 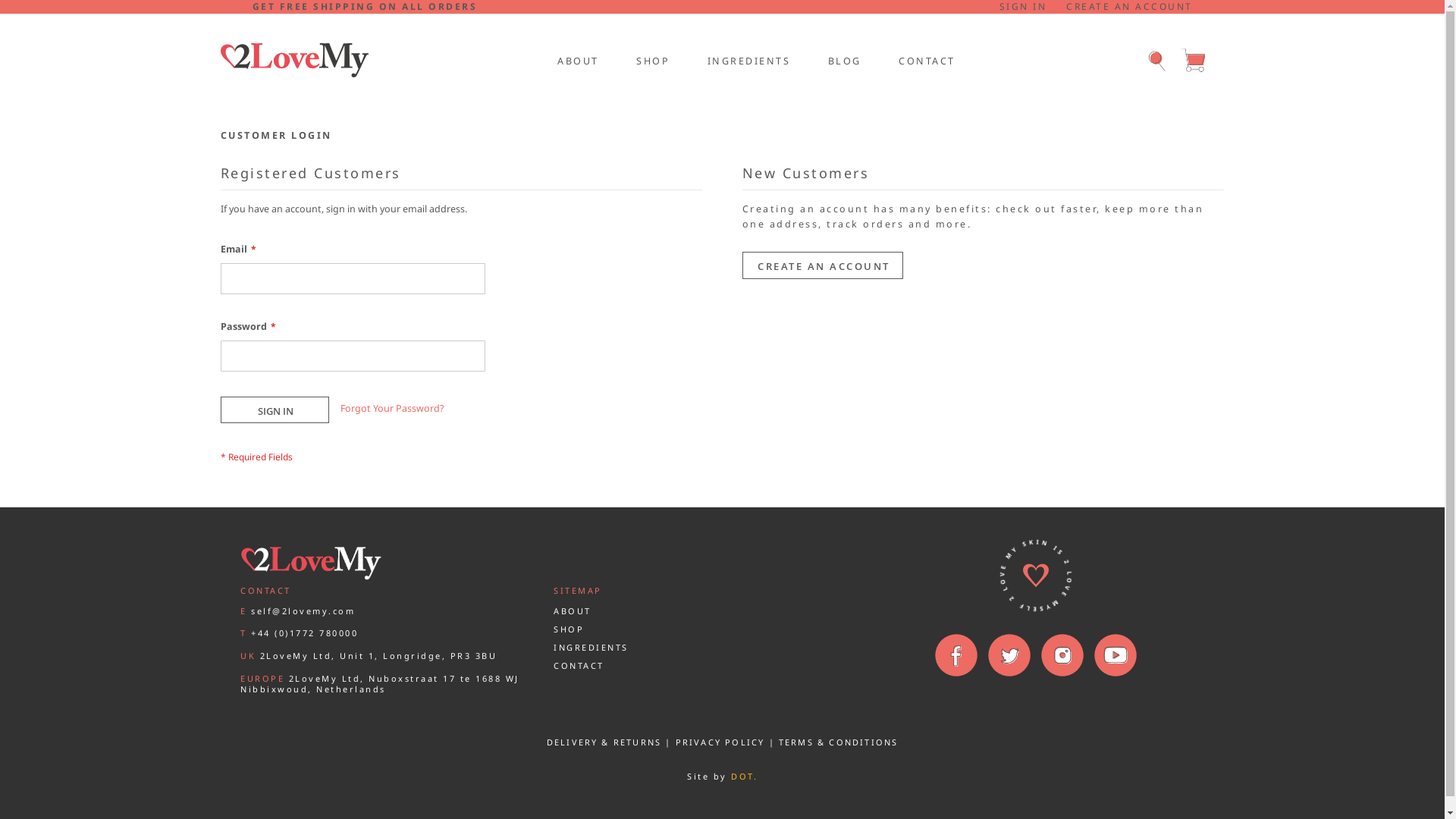 What do you see at coordinates (1009, 654) in the screenshot?
I see `'Twitter'` at bounding box center [1009, 654].